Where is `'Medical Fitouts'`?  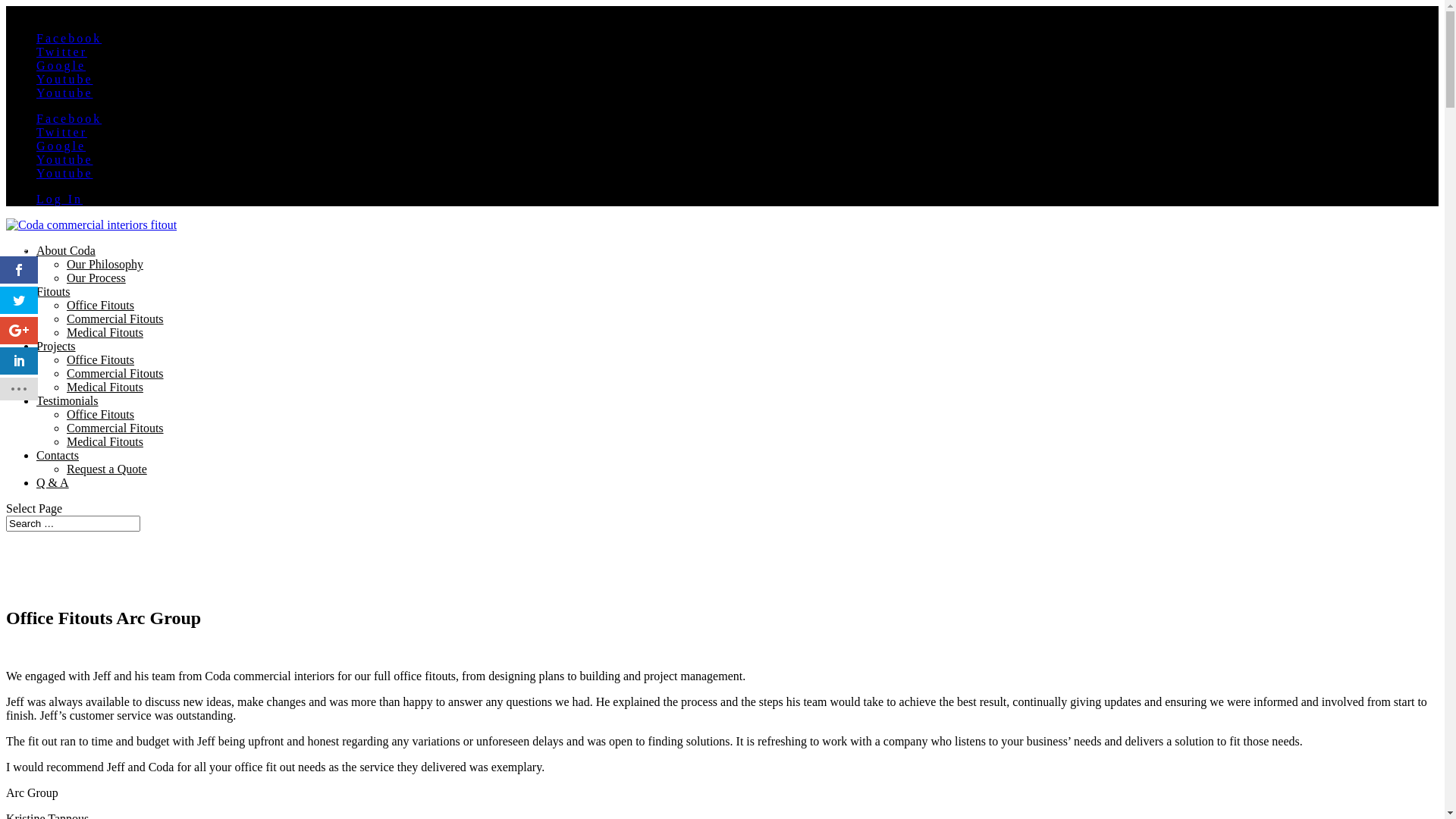
'Medical Fitouts' is located at coordinates (65, 386).